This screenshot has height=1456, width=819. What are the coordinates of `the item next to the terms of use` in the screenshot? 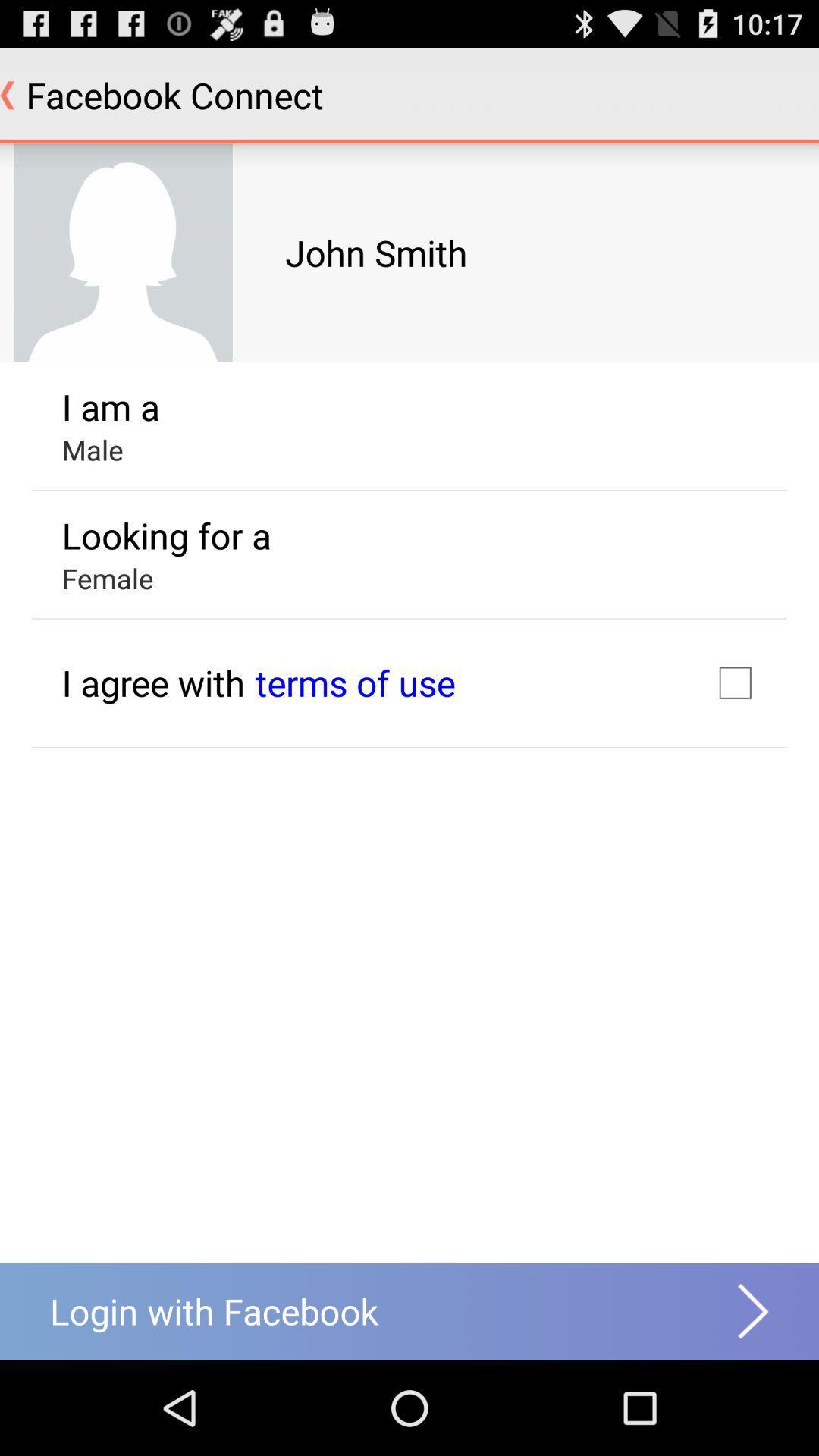 It's located at (153, 682).